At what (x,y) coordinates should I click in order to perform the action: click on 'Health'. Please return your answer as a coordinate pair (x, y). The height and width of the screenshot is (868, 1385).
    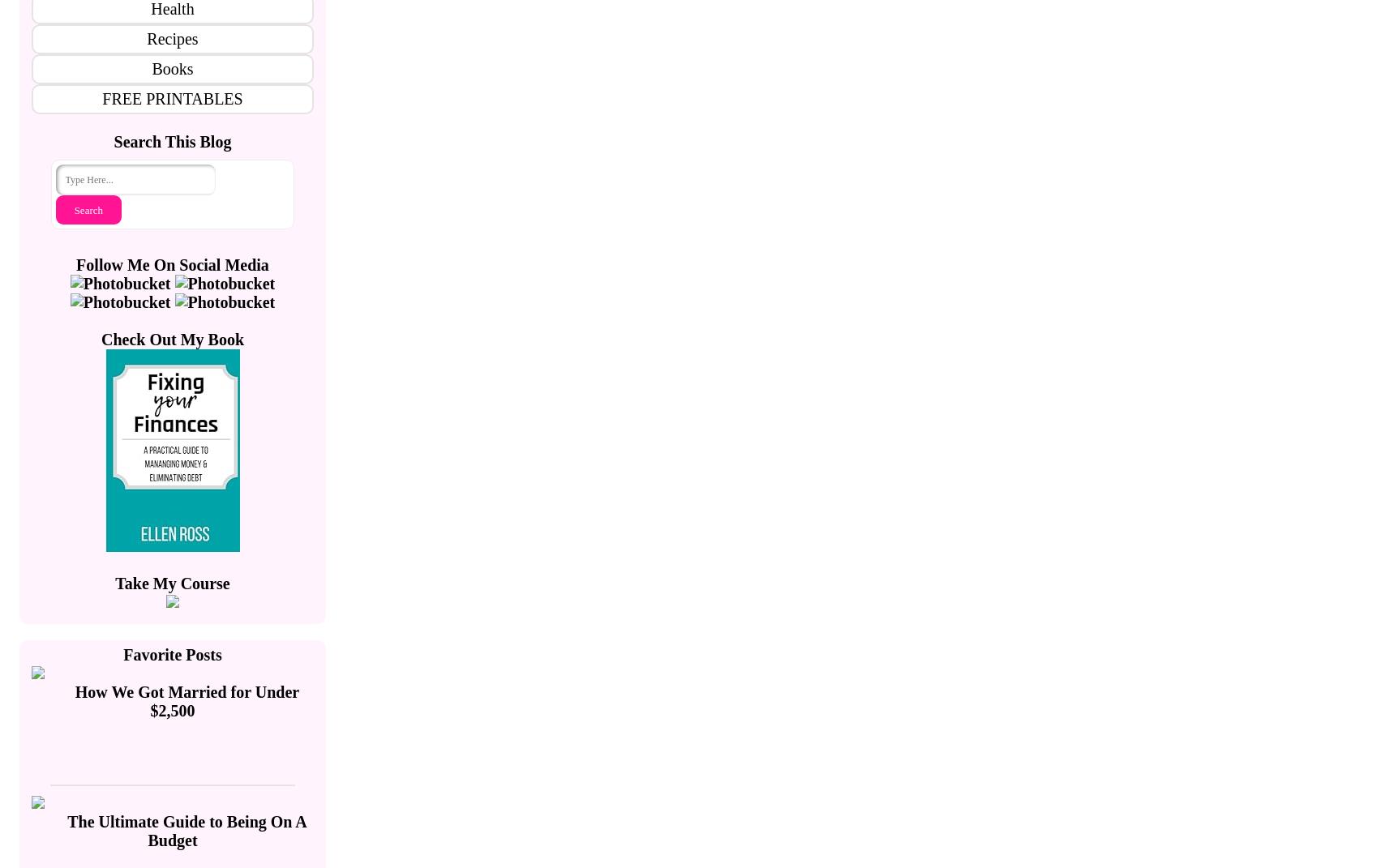
    Looking at the image, I should click on (151, 8).